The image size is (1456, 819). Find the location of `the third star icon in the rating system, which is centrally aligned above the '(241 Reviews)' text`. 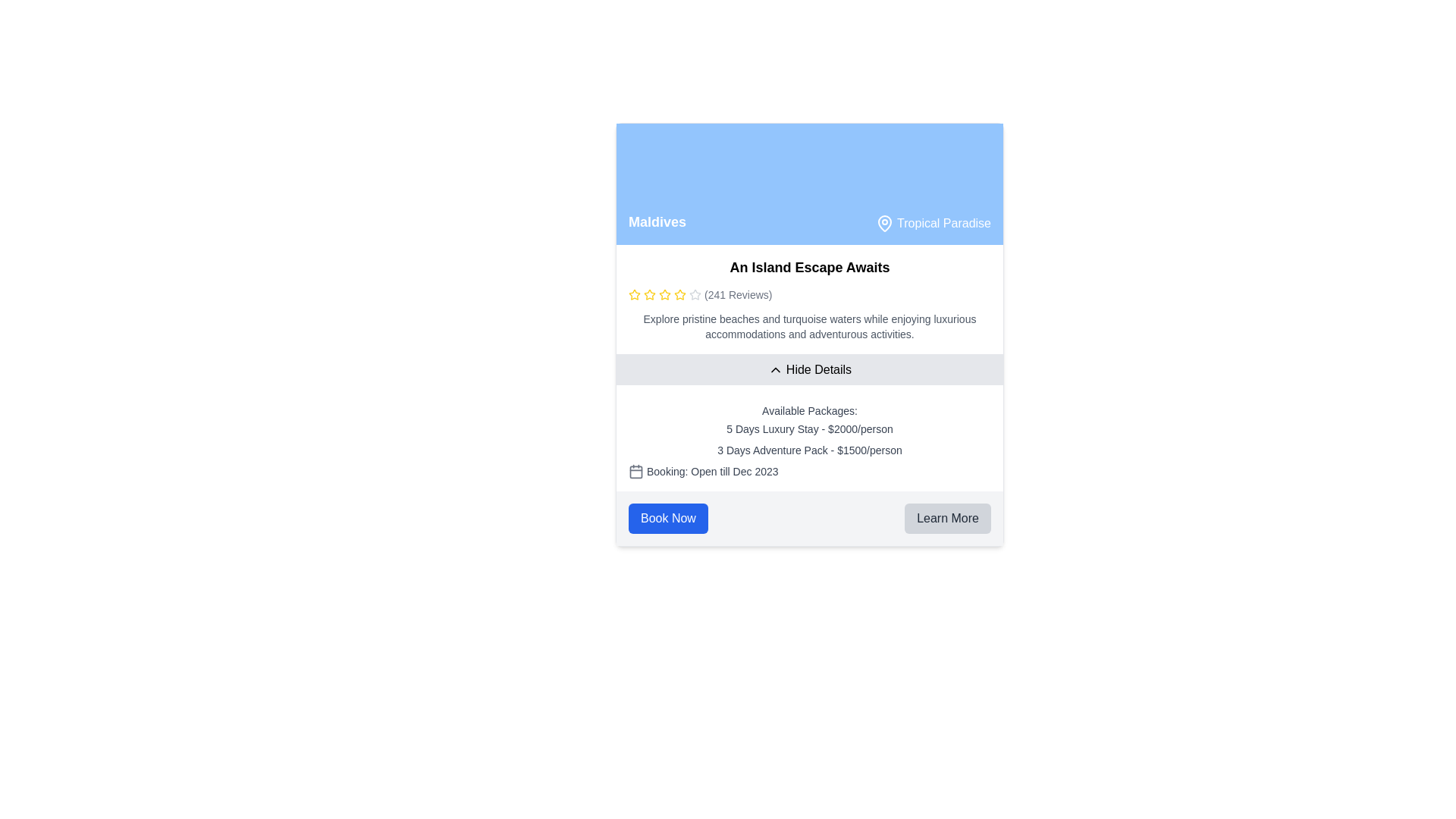

the third star icon in the rating system, which is centrally aligned above the '(241 Reviews)' text is located at coordinates (650, 295).